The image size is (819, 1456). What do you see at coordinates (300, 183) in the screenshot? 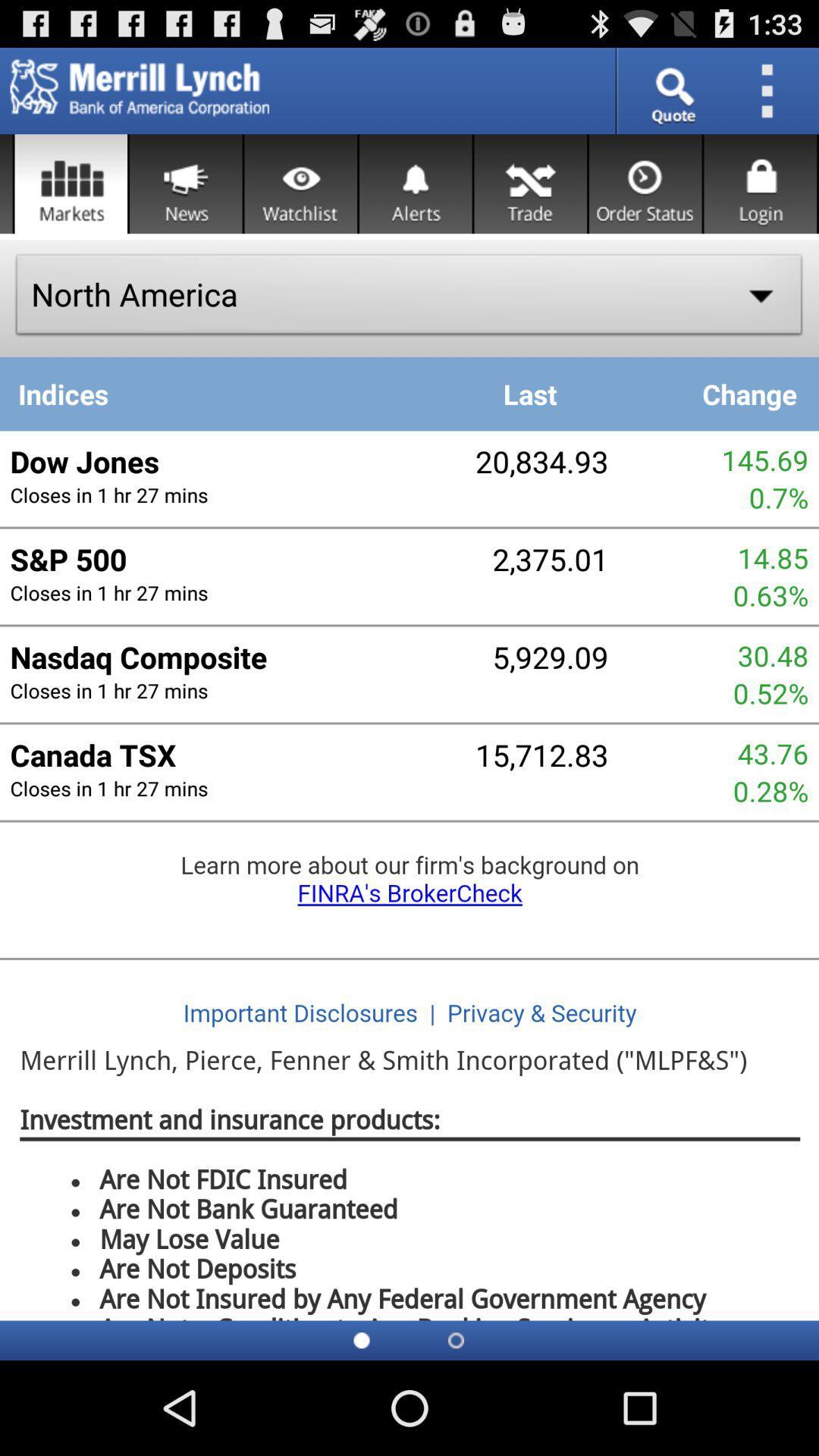
I see `the watch list` at bounding box center [300, 183].